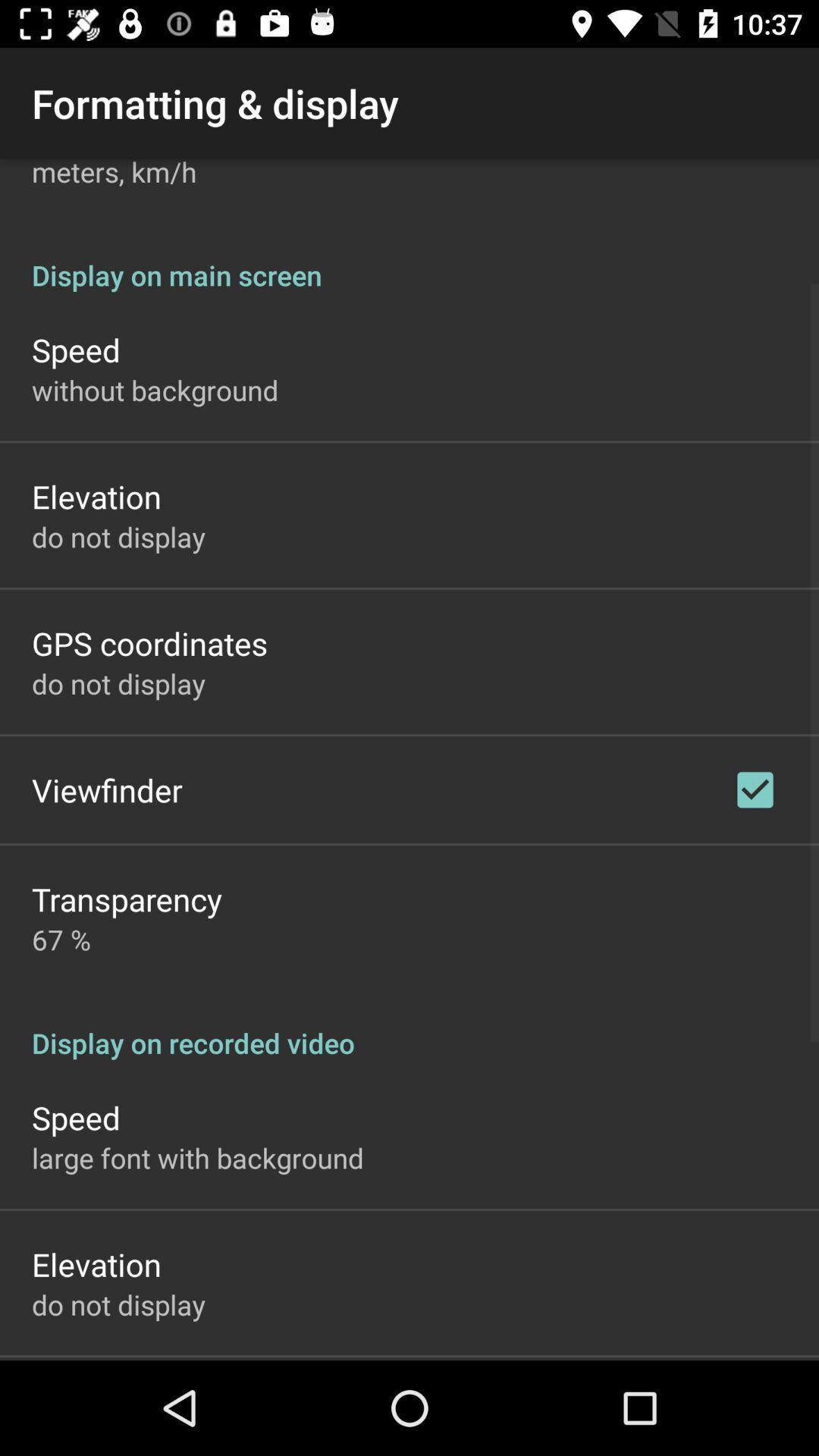 This screenshot has width=819, height=1456. What do you see at coordinates (113, 174) in the screenshot?
I see `item above the display on main` at bounding box center [113, 174].